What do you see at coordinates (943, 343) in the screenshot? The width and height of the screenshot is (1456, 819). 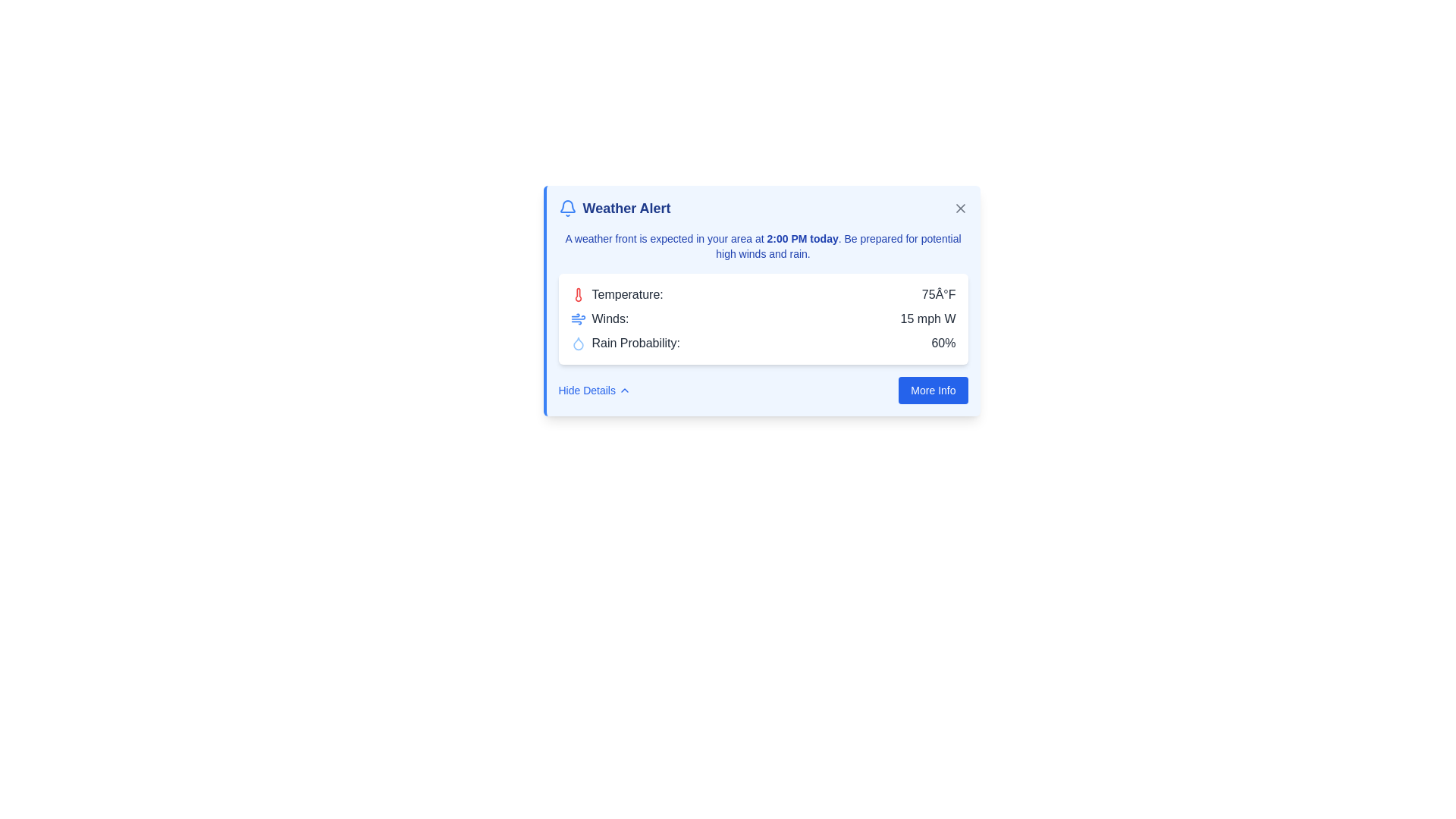 I see `the static text label displaying '60%' which is styled in black sans-serif font and is positioned to the right of 'Rain Probability:' in the weather alert card` at bounding box center [943, 343].